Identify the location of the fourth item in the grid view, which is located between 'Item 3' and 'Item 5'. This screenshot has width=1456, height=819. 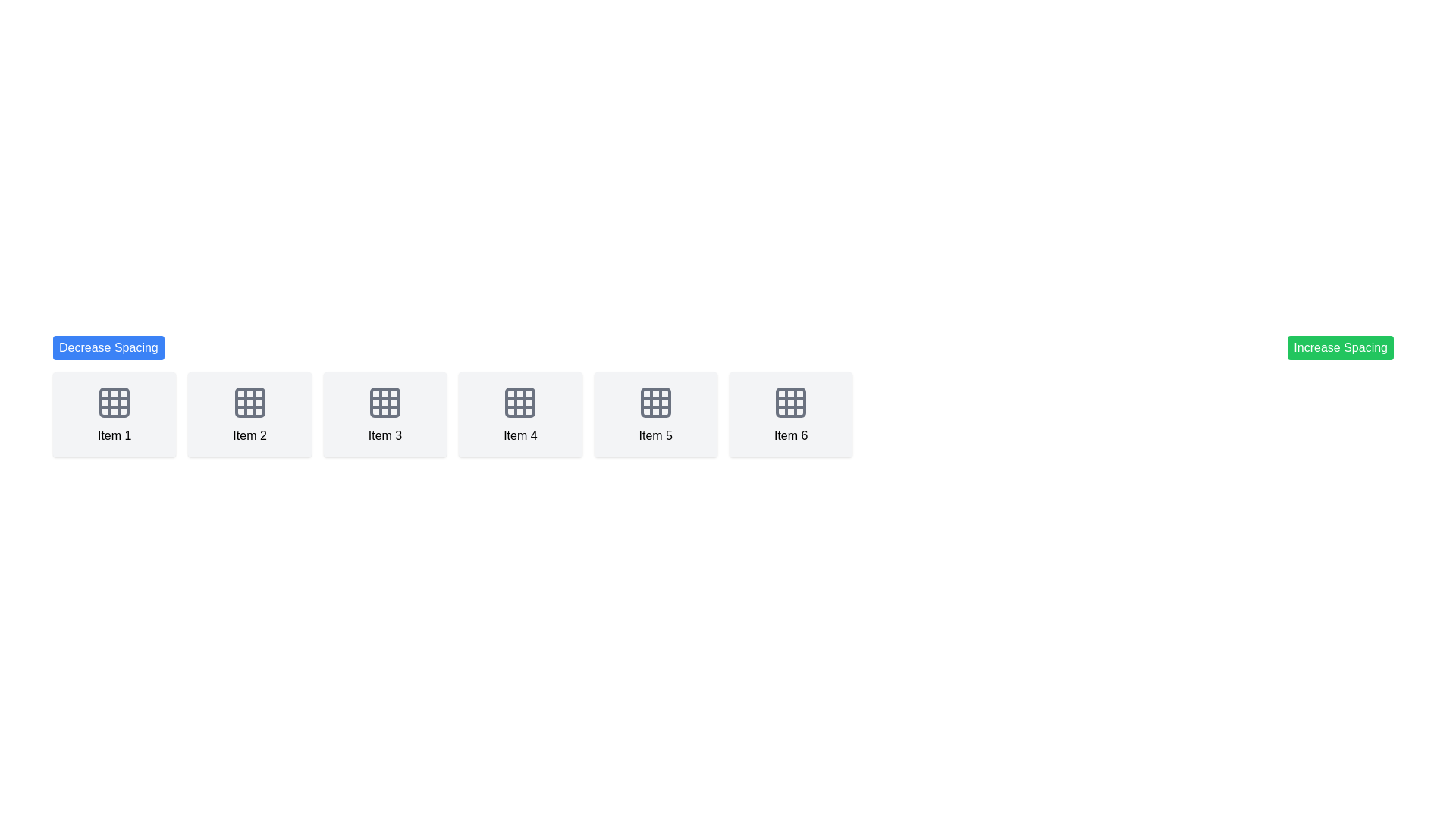
(520, 415).